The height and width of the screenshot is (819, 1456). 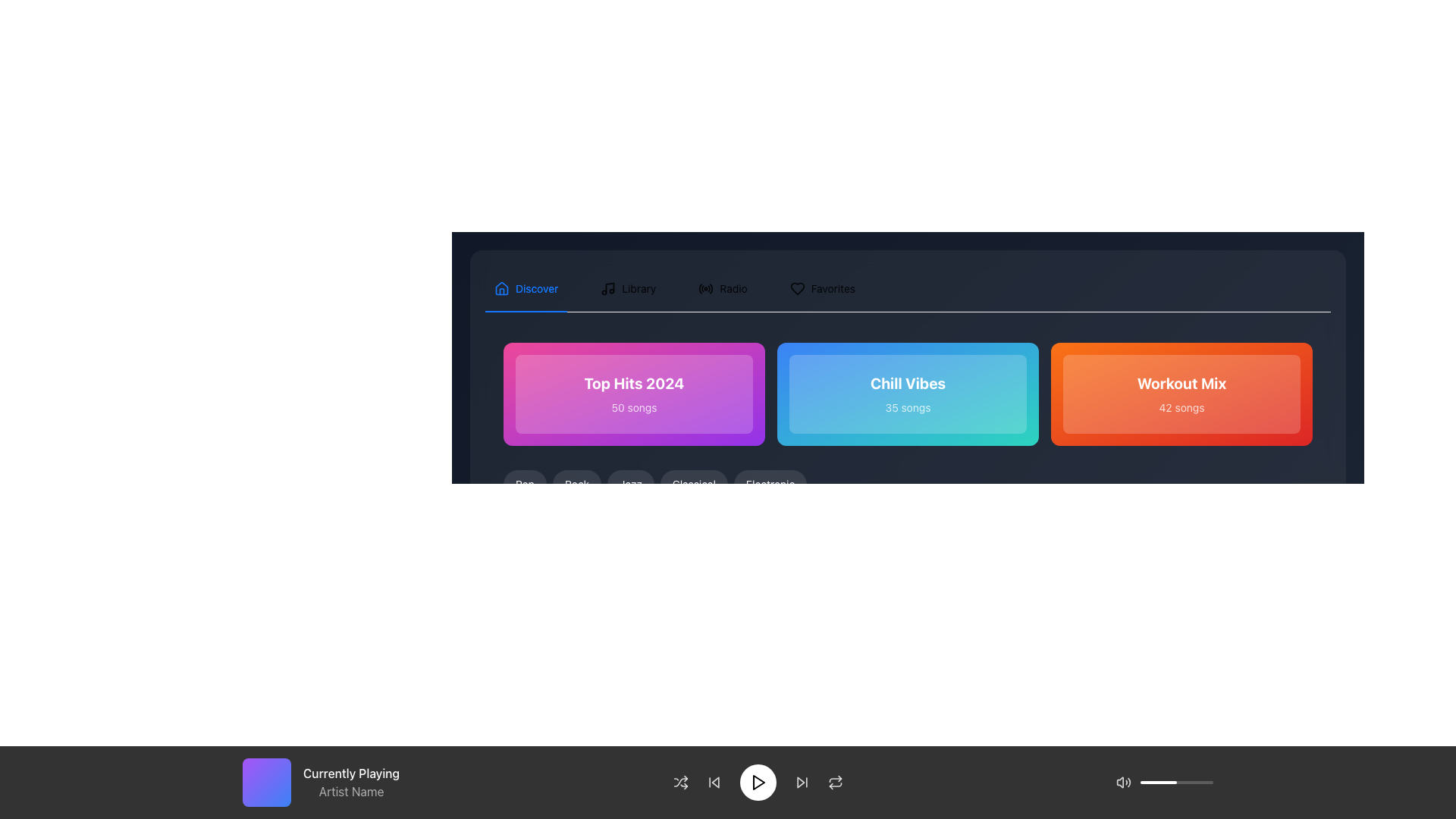 I want to click on the sound speaker icon located in the bottom-right corner of the interface, represented by a right-oriented triangle with sound waves, to interact with it, so click(x=1124, y=783).